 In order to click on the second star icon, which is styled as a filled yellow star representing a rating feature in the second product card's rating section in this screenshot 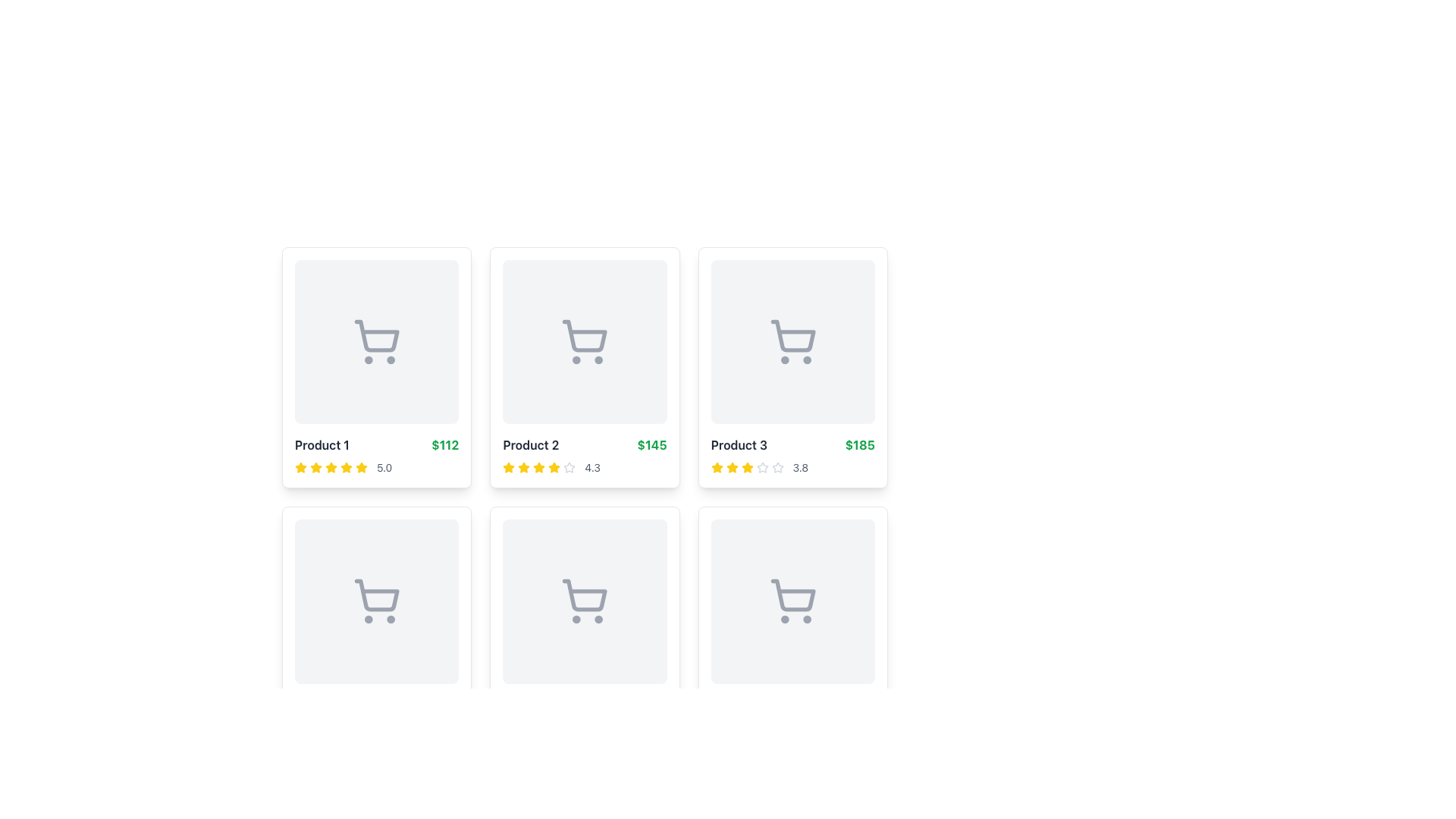, I will do `click(509, 467)`.